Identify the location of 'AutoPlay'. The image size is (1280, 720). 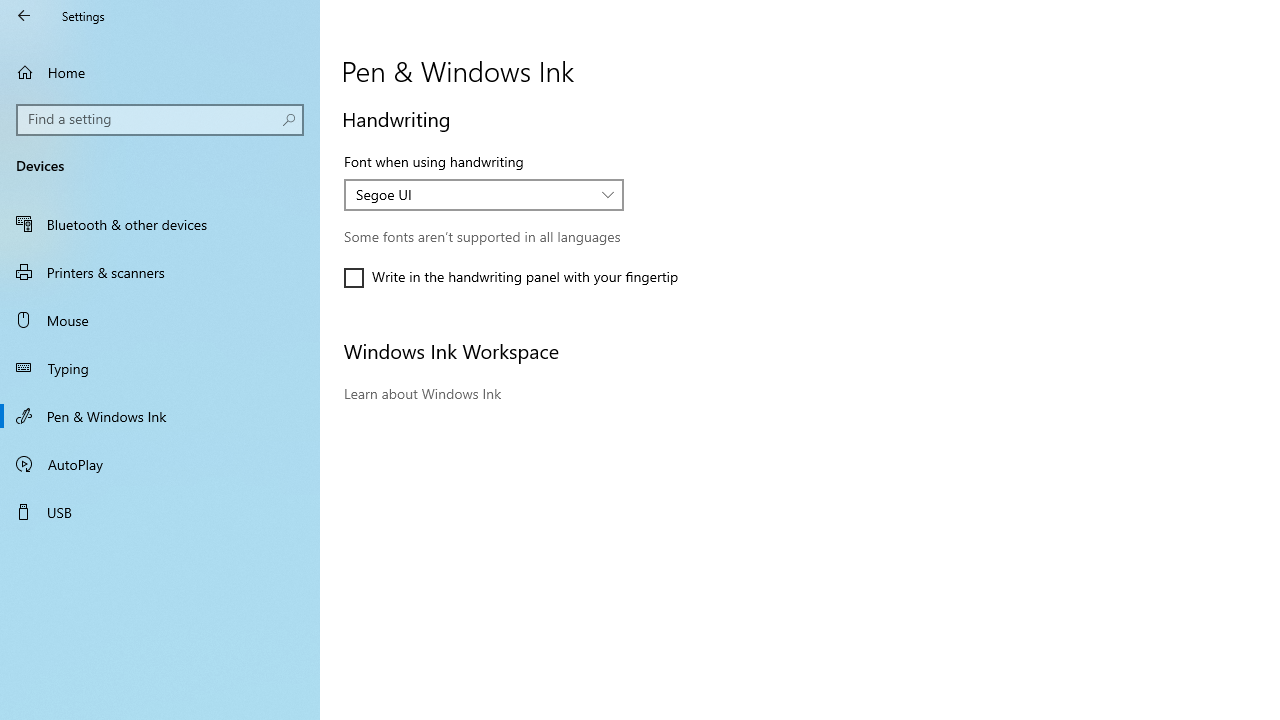
(160, 464).